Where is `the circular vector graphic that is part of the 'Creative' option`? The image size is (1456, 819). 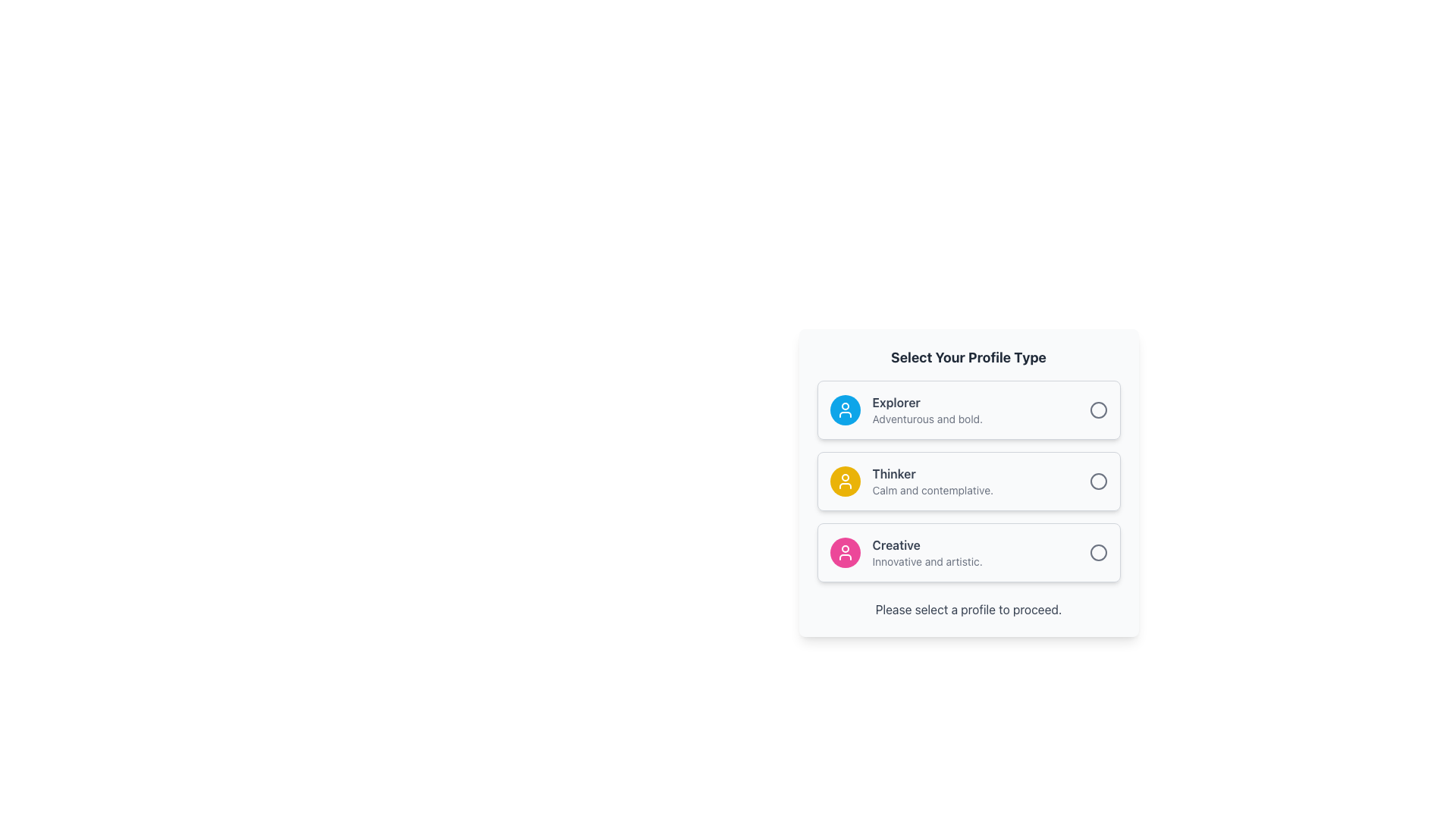
the circular vector graphic that is part of the 'Creative' option is located at coordinates (1098, 553).